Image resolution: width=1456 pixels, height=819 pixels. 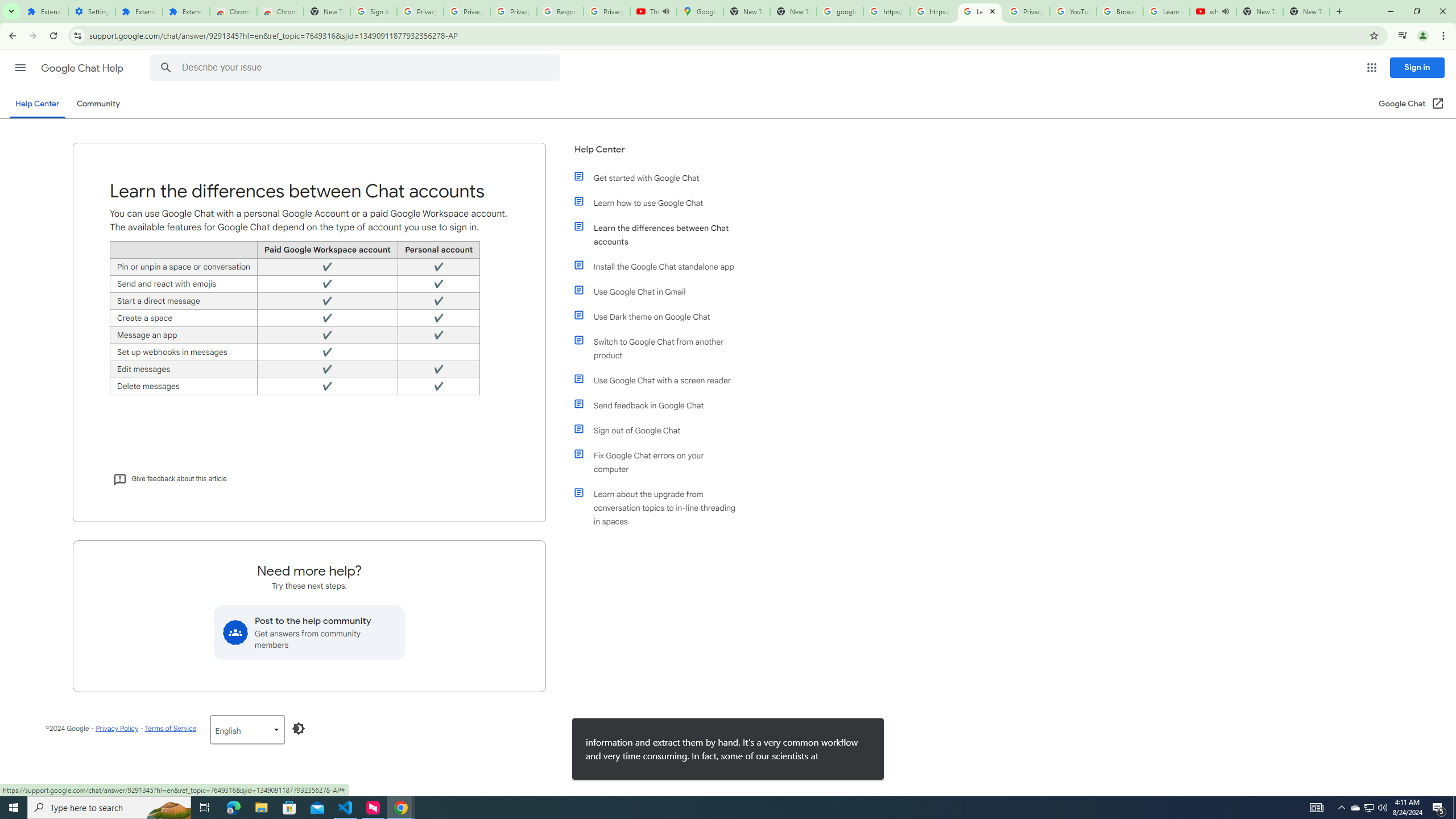 What do you see at coordinates (357, 67) in the screenshot?
I see `'Describe your issue'` at bounding box center [357, 67].